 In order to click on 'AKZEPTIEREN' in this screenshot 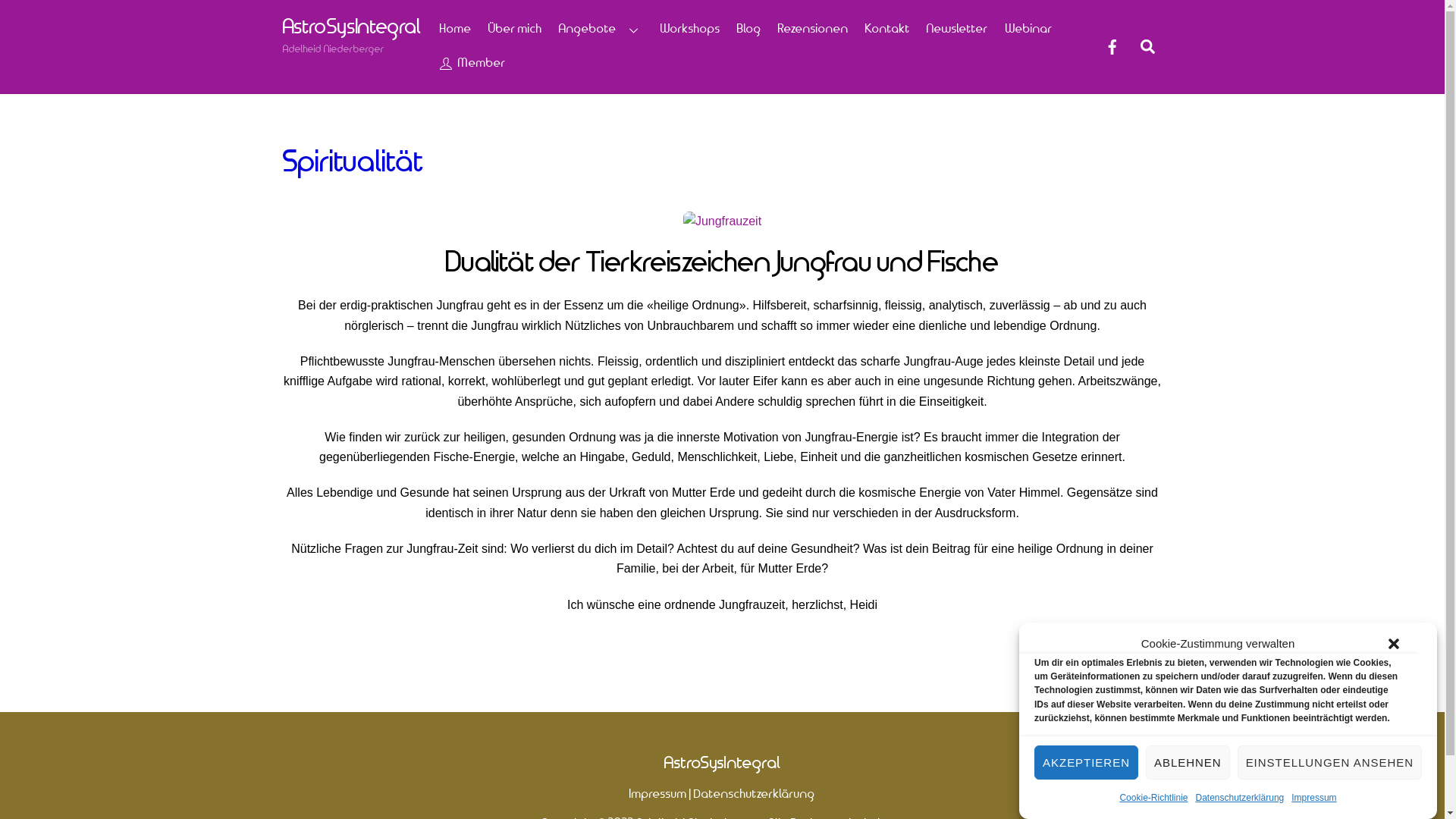, I will do `click(1085, 763)`.